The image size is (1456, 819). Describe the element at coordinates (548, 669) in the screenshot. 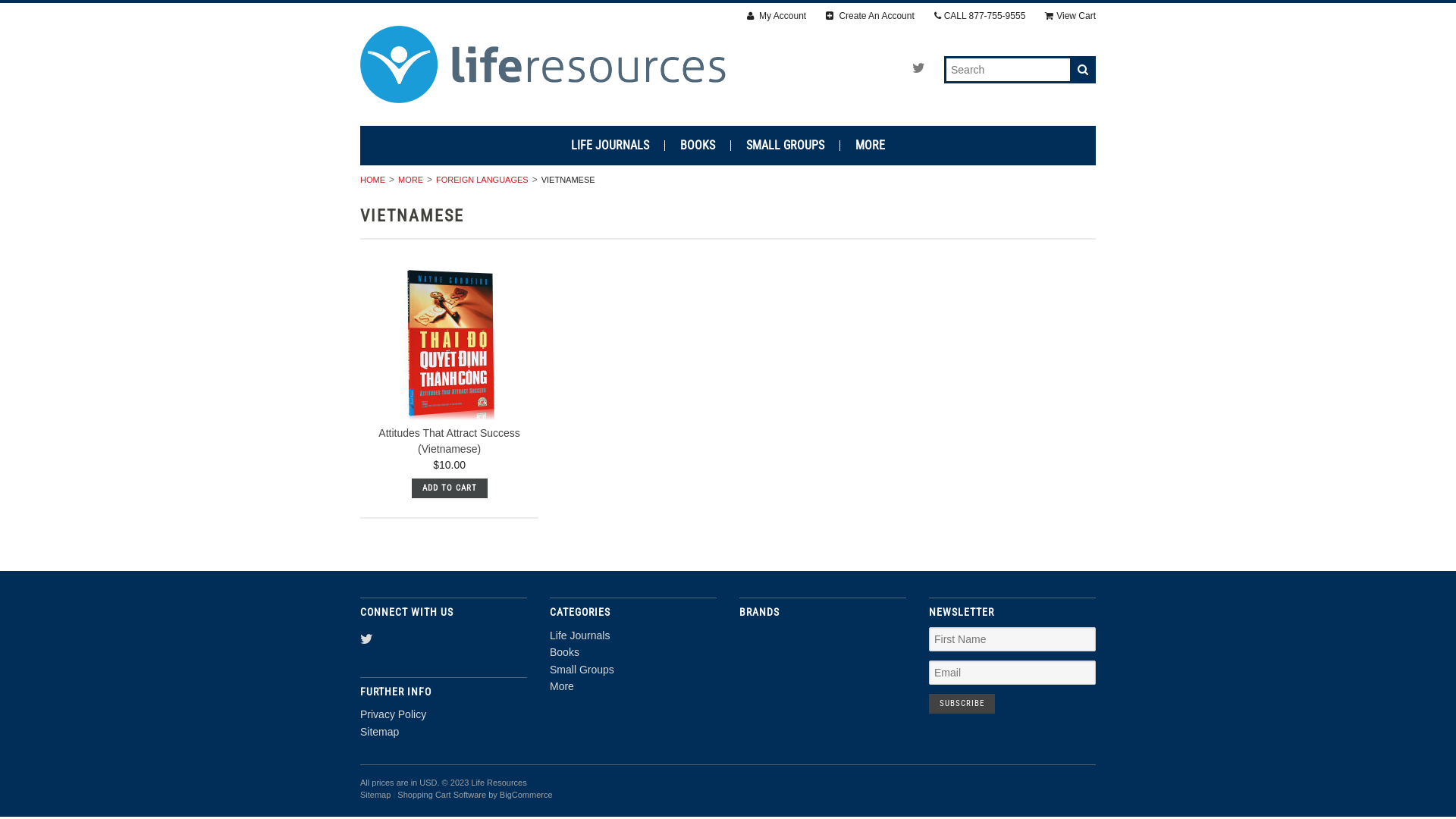

I see `'Small Groups'` at that location.